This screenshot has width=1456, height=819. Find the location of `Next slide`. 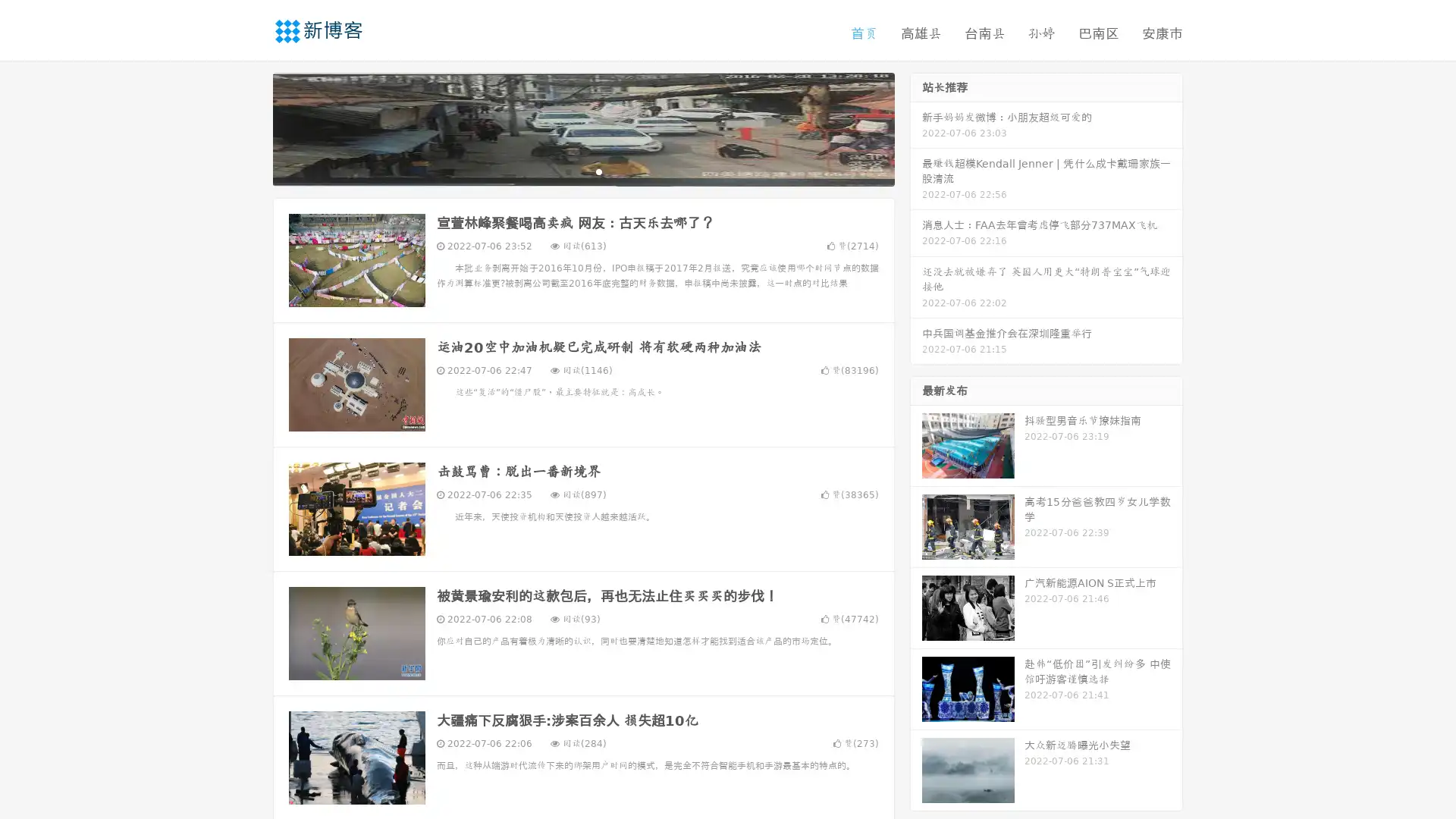

Next slide is located at coordinates (916, 127).